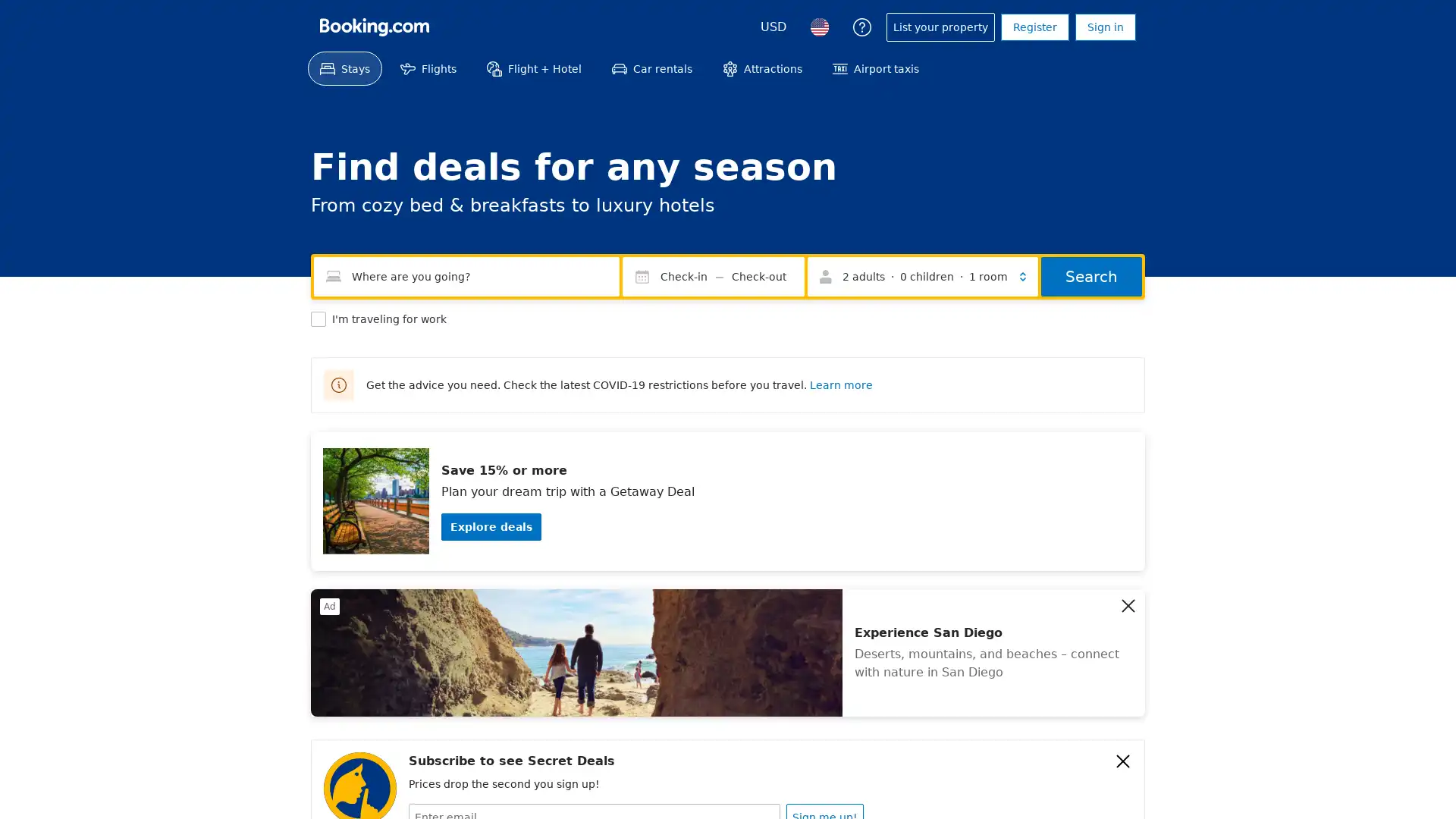 The width and height of the screenshot is (1456, 819). Describe the element at coordinates (491, 526) in the screenshot. I see `Explore deals` at that location.